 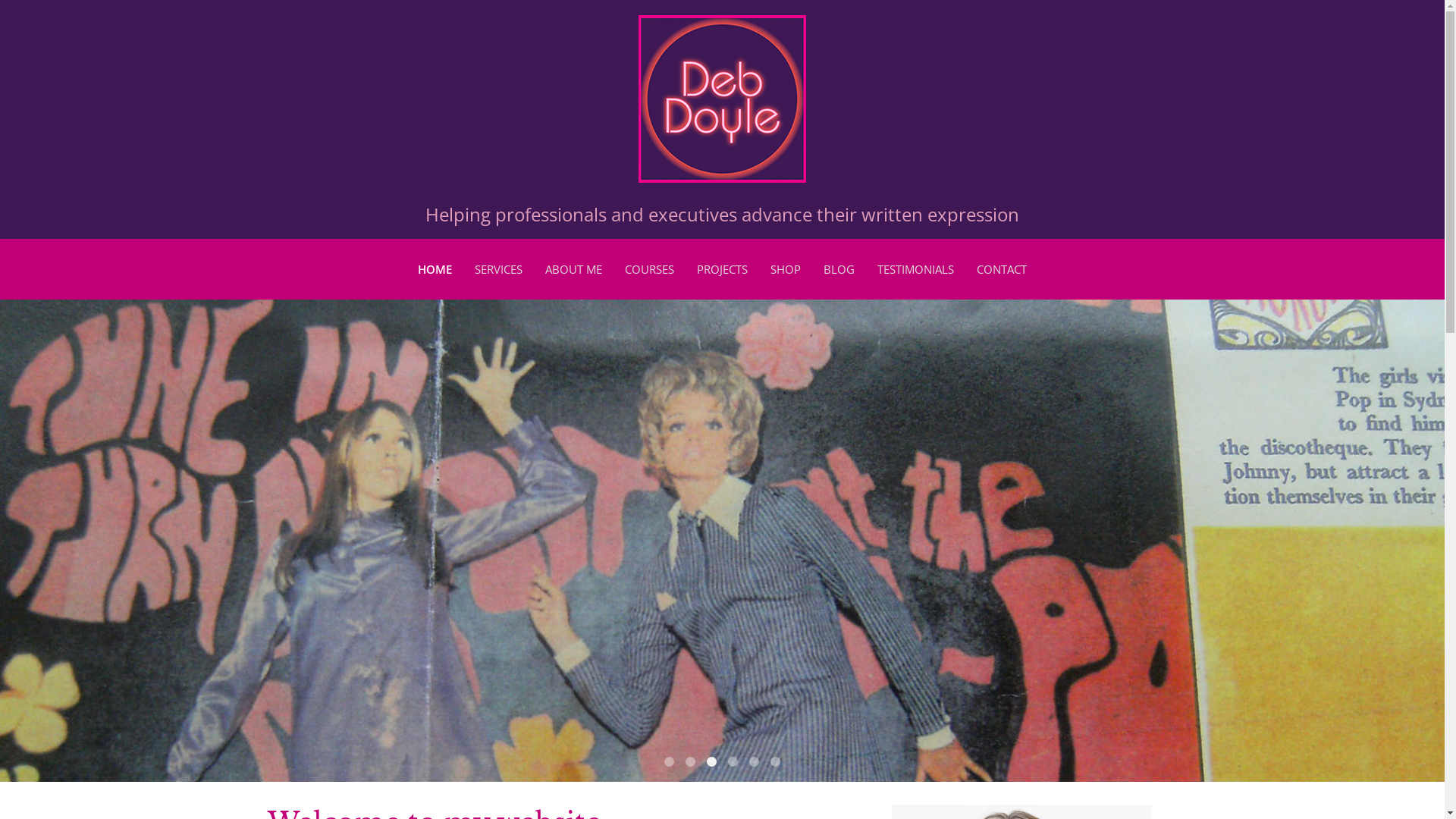 I want to click on 'BLOG', so click(x=838, y=268).